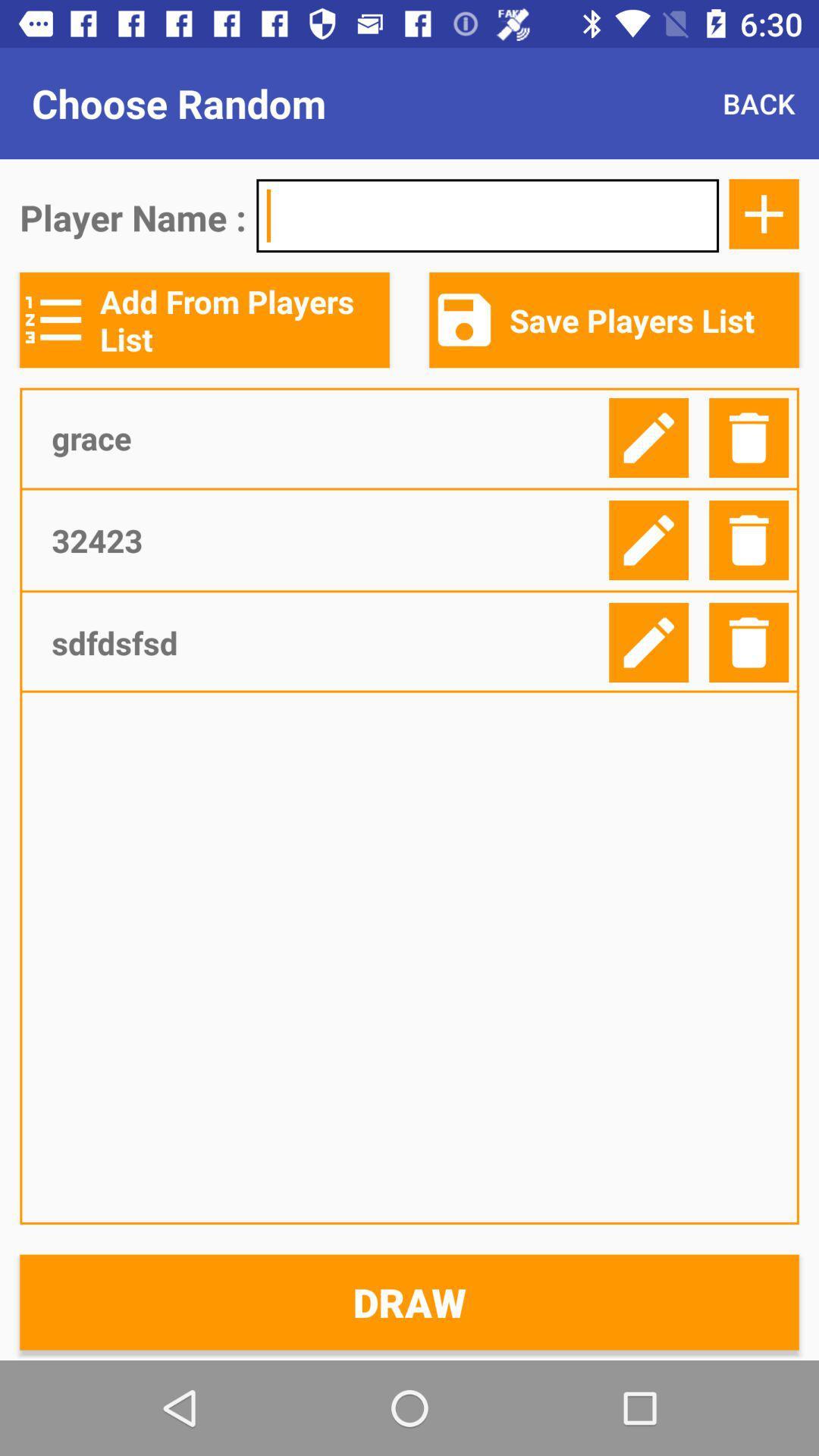  What do you see at coordinates (648, 437) in the screenshot?
I see `edit name` at bounding box center [648, 437].